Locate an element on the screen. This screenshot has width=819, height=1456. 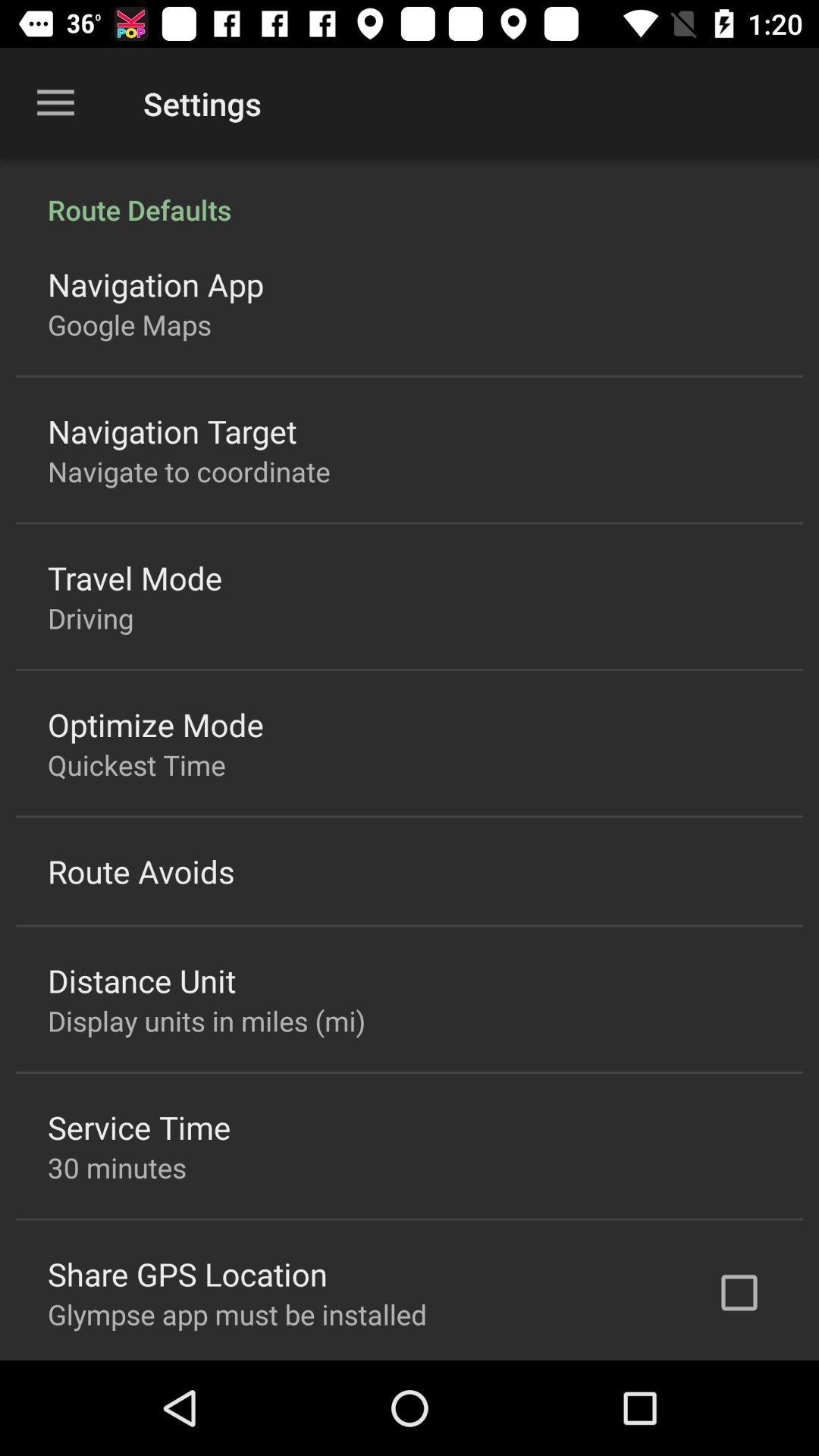
icon at the bottom right corner is located at coordinates (739, 1291).